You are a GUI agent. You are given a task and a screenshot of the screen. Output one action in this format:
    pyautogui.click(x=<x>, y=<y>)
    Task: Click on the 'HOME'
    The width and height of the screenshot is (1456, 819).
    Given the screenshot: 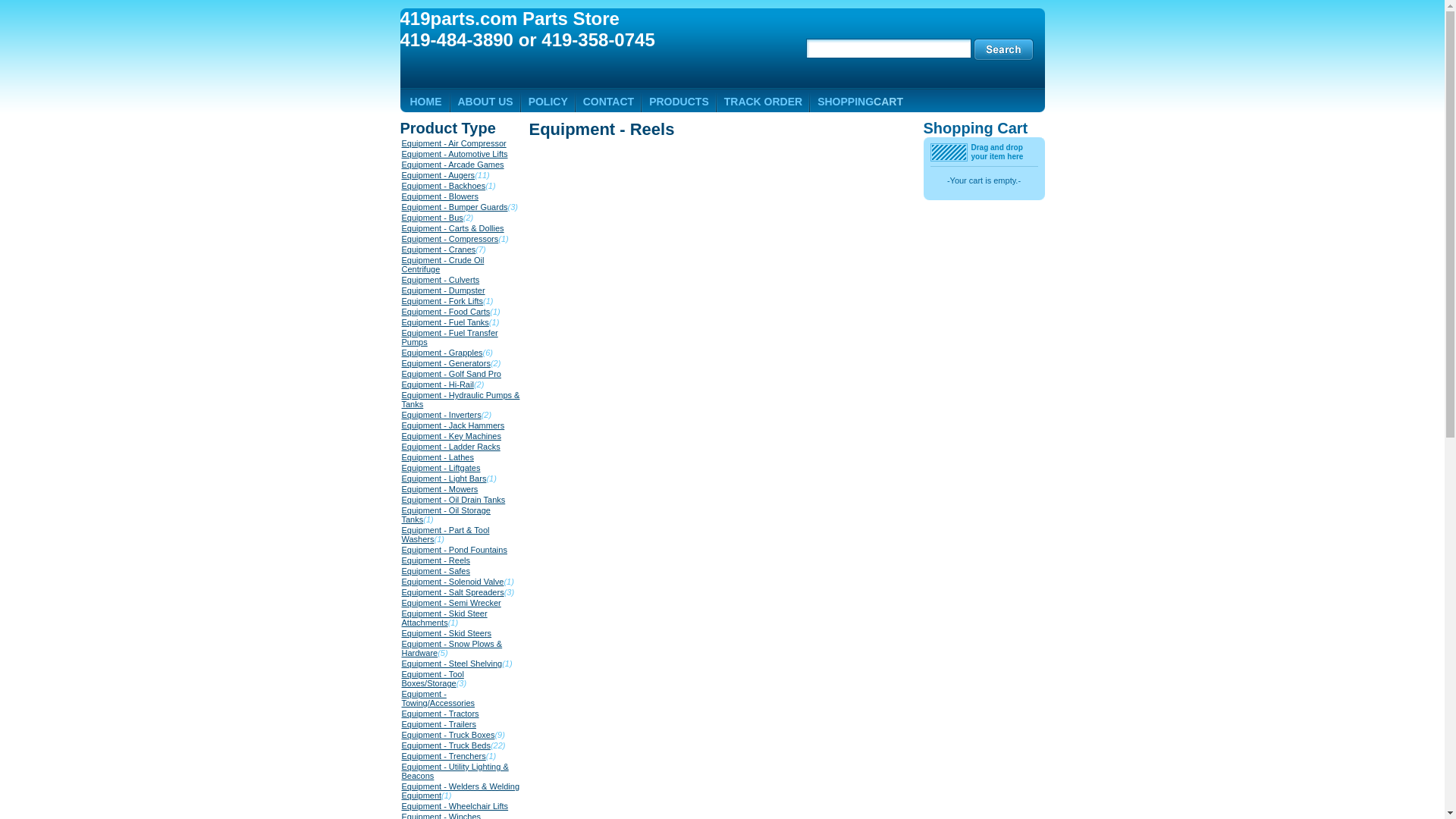 What is the action you would take?
    pyautogui.click(x=425, y=102)
    